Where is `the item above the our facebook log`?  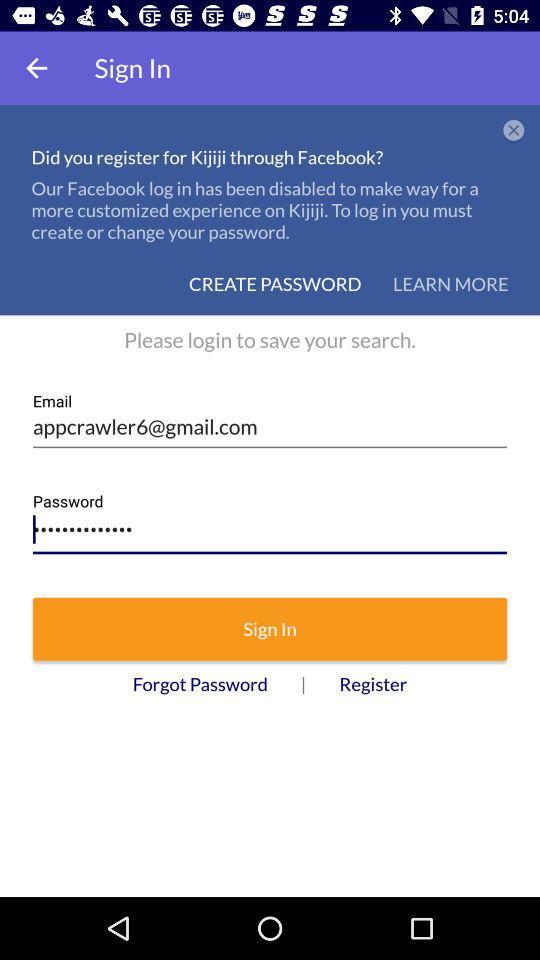 the item above the our facebook log is located at coordinates (513, 130).